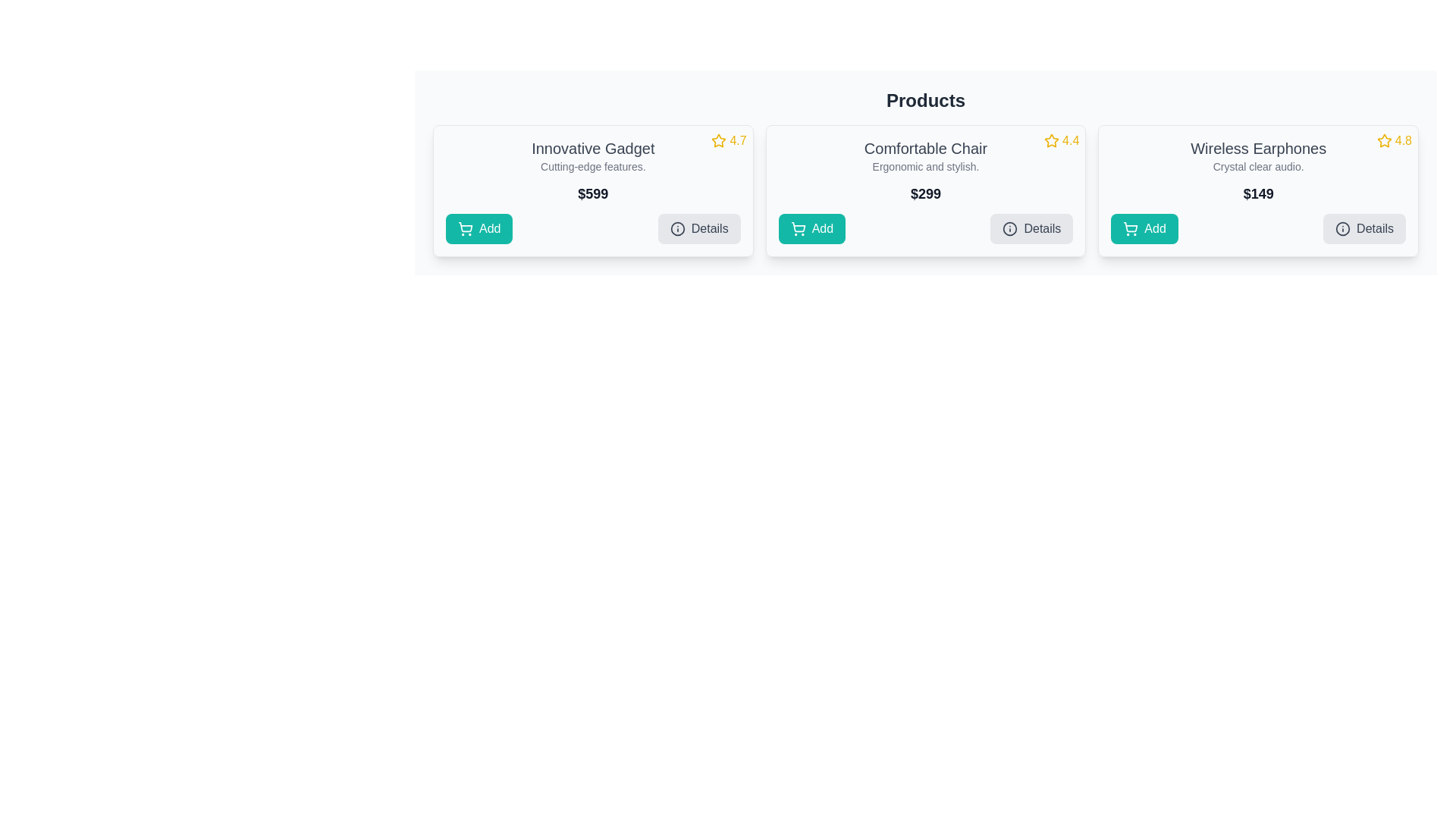  Describe the element at coordinates (1061, 140) in the screenshot. I see `the rating display element that consists of a yellow star icon followed by the text '4.4', located in the upper-right corner of the 'Comfortable Chair' card` at that location.